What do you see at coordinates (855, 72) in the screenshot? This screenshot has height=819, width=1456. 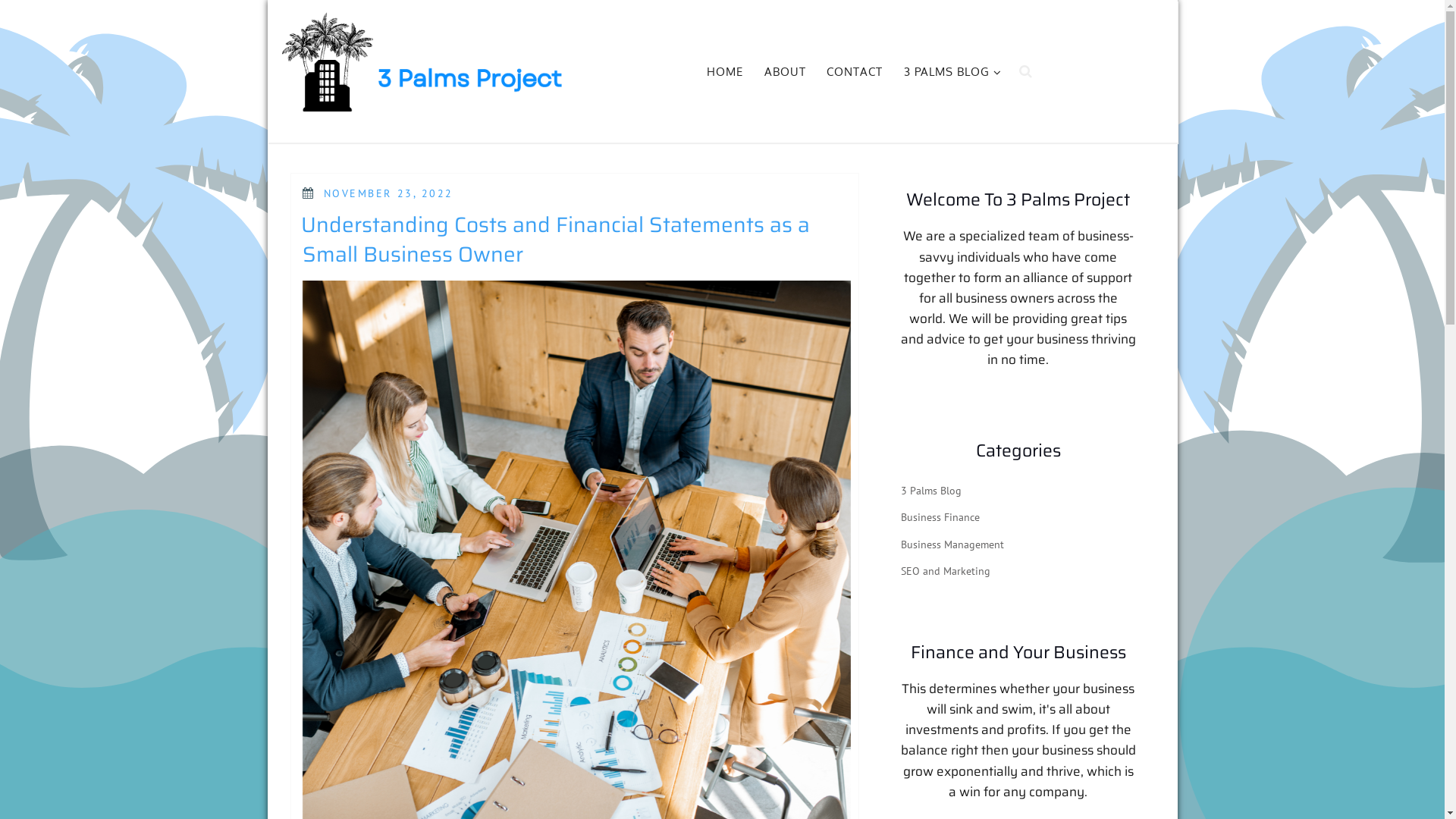 I see `'CONTACT'` at bounding box center [855, 72].